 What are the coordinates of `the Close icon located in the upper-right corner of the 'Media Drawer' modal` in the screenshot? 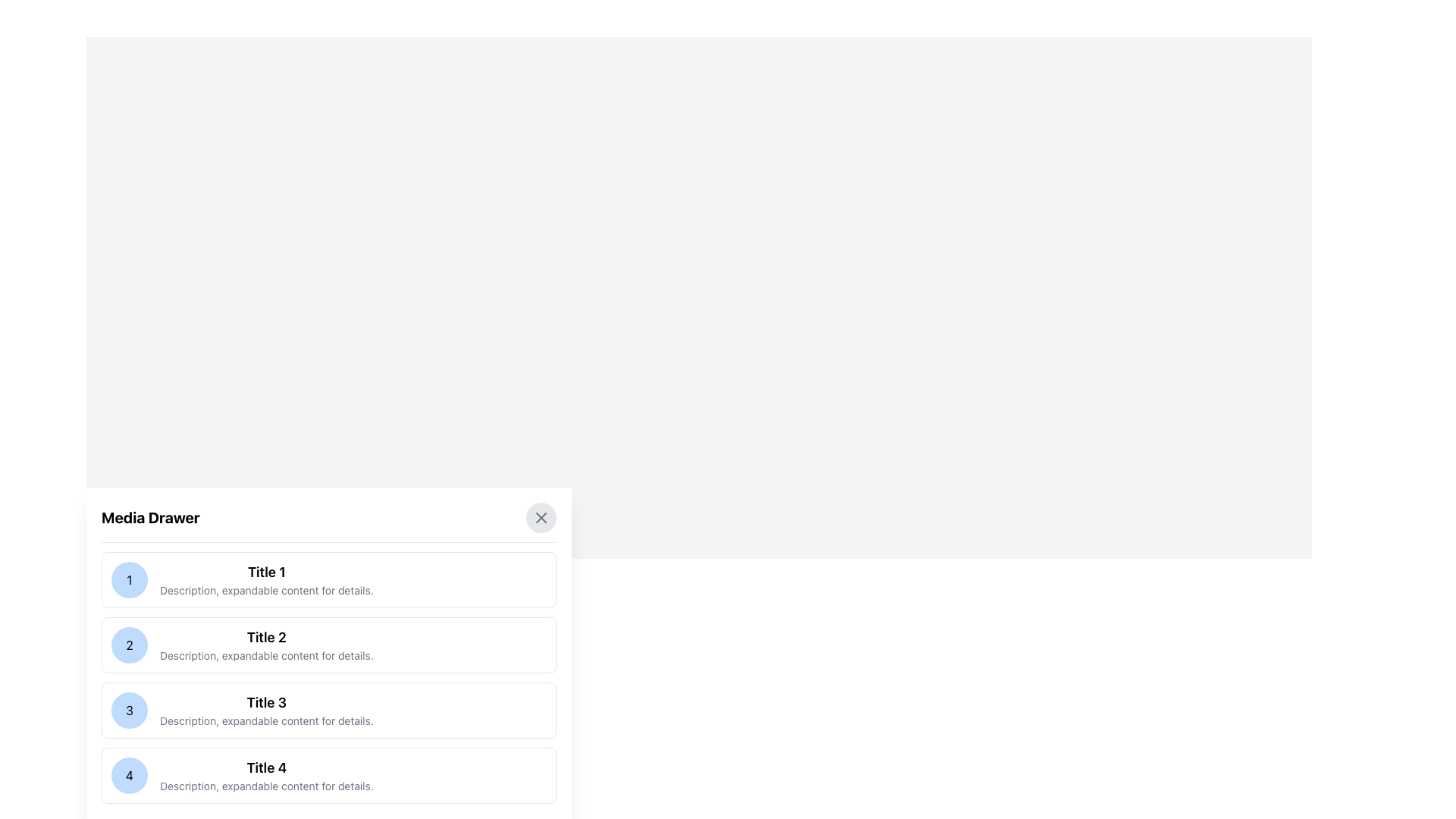 It's located at (541, 516).